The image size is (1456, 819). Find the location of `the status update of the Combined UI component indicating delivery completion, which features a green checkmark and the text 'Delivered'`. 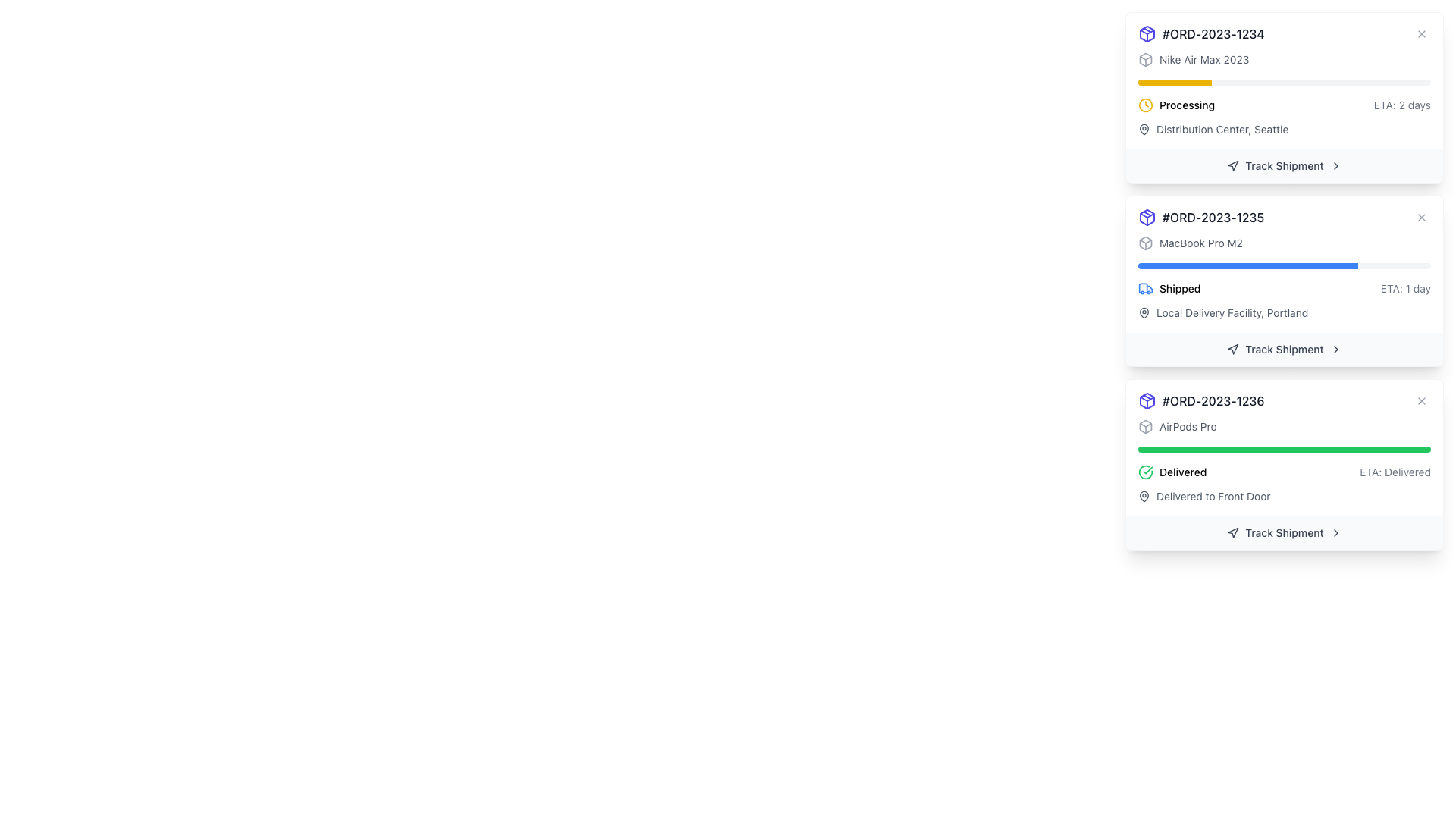

the status update of the Combined UI component indicating delivery completion, which features a green checkmark and the text 'Delivered' is located at coordinates (1172, 472).